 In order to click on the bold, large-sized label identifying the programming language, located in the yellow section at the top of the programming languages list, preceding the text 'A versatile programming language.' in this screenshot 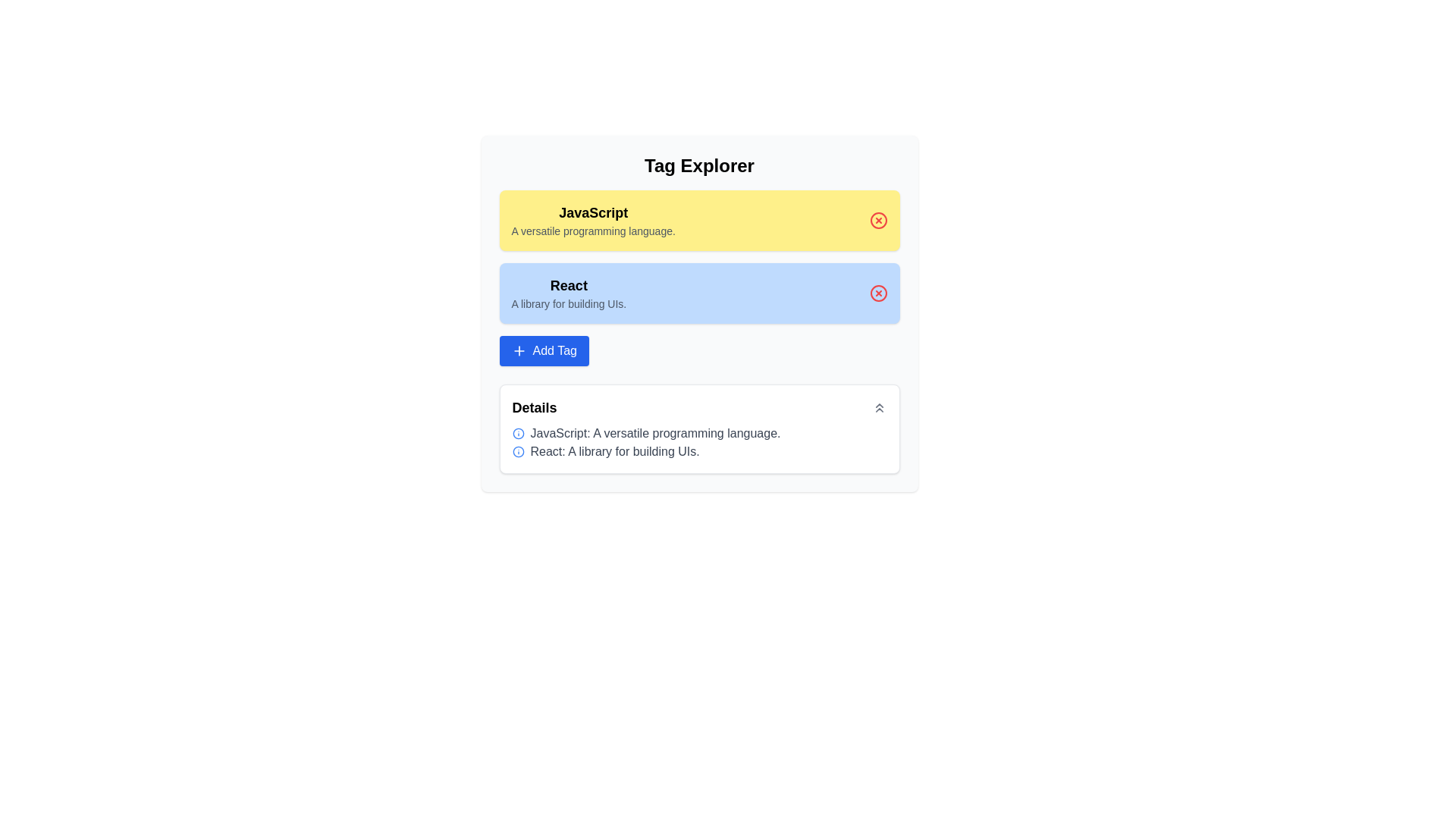, I will do `click(592, 213)`.